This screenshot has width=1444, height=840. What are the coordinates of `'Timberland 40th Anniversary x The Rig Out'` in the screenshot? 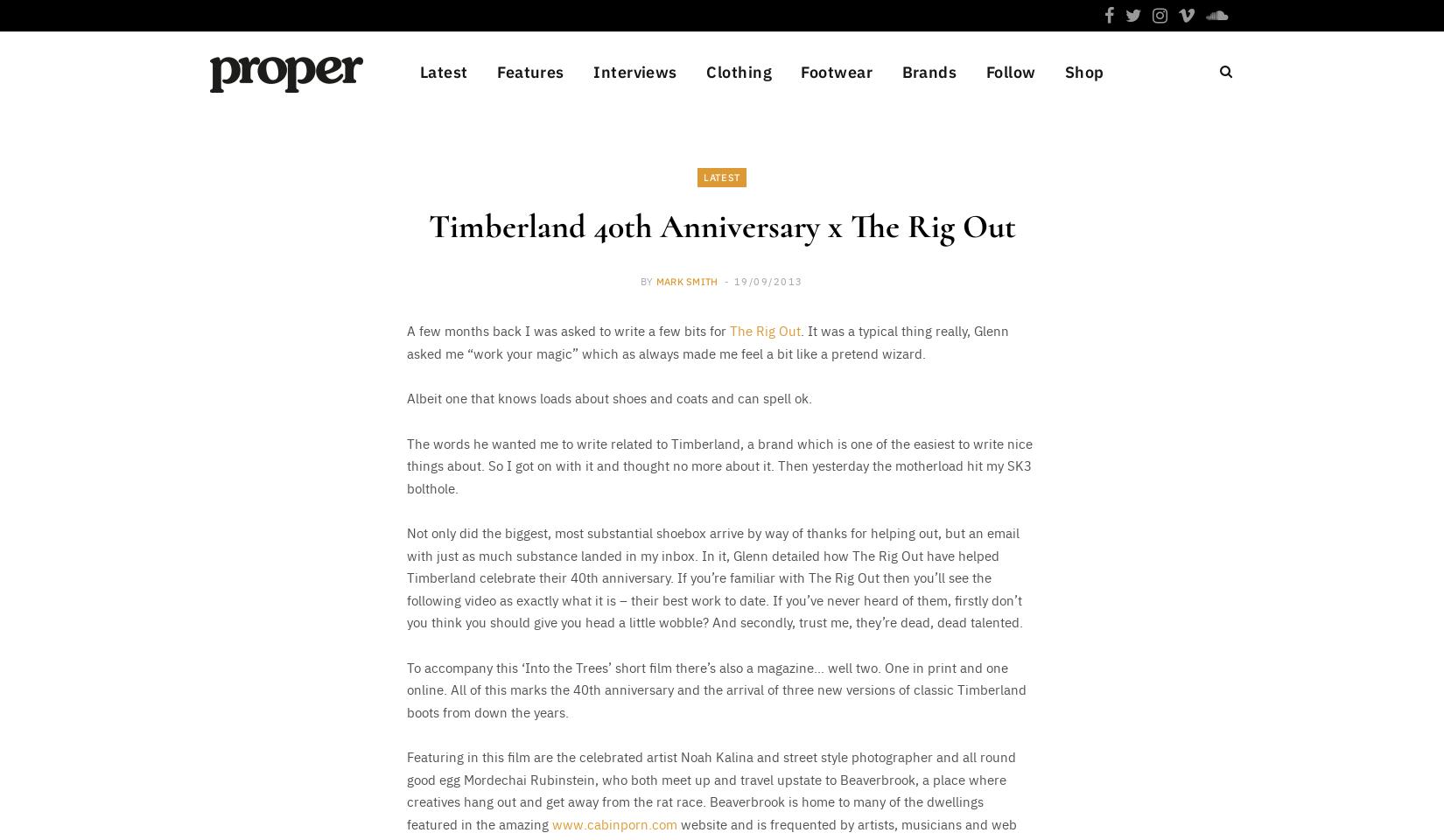 It's located at (720, 226).